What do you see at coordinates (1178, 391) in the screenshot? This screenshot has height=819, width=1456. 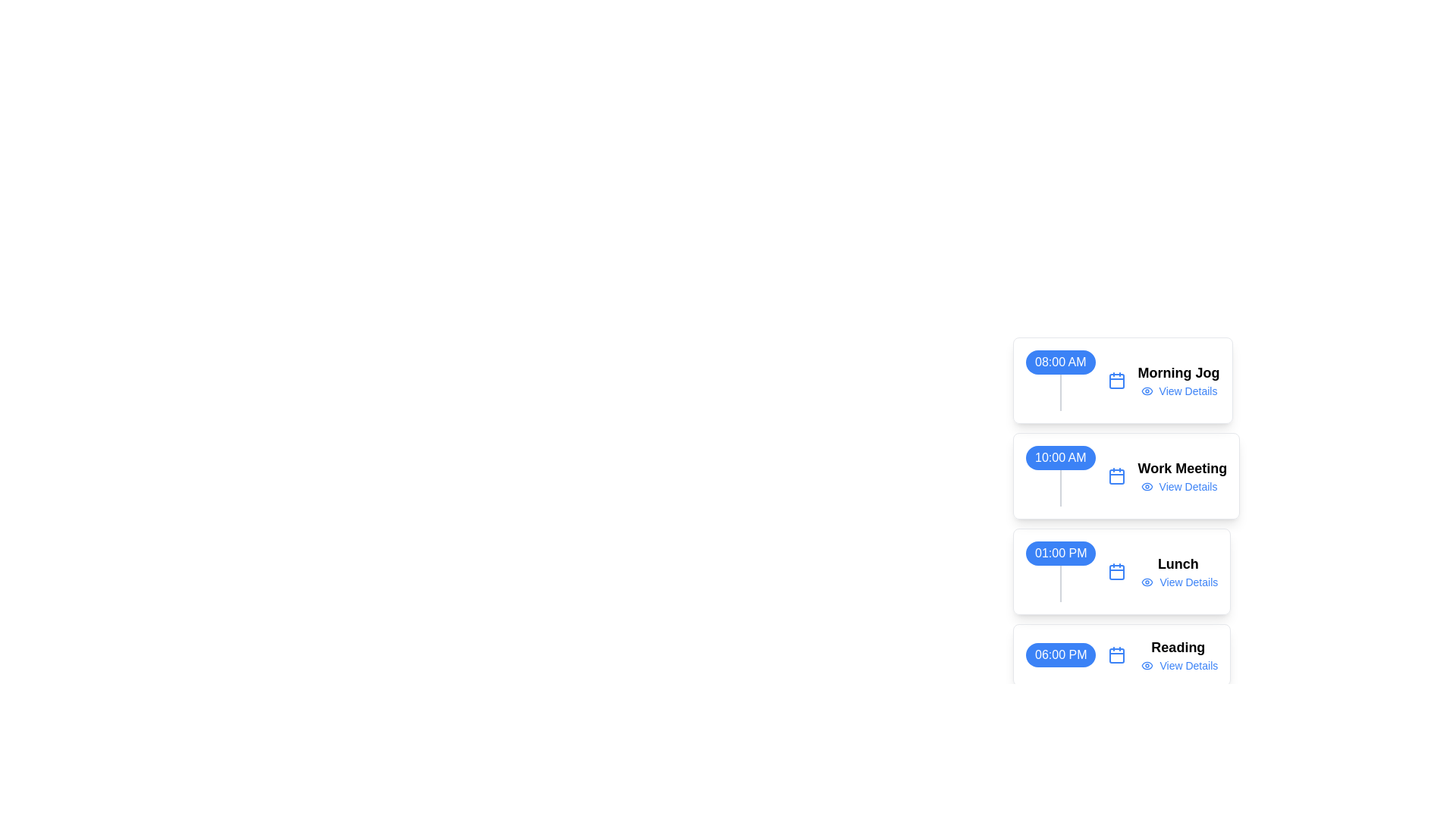 I see `the hyperlink with an icon located below the 'Morning Jog' text` at bounding box center [1178, 391].